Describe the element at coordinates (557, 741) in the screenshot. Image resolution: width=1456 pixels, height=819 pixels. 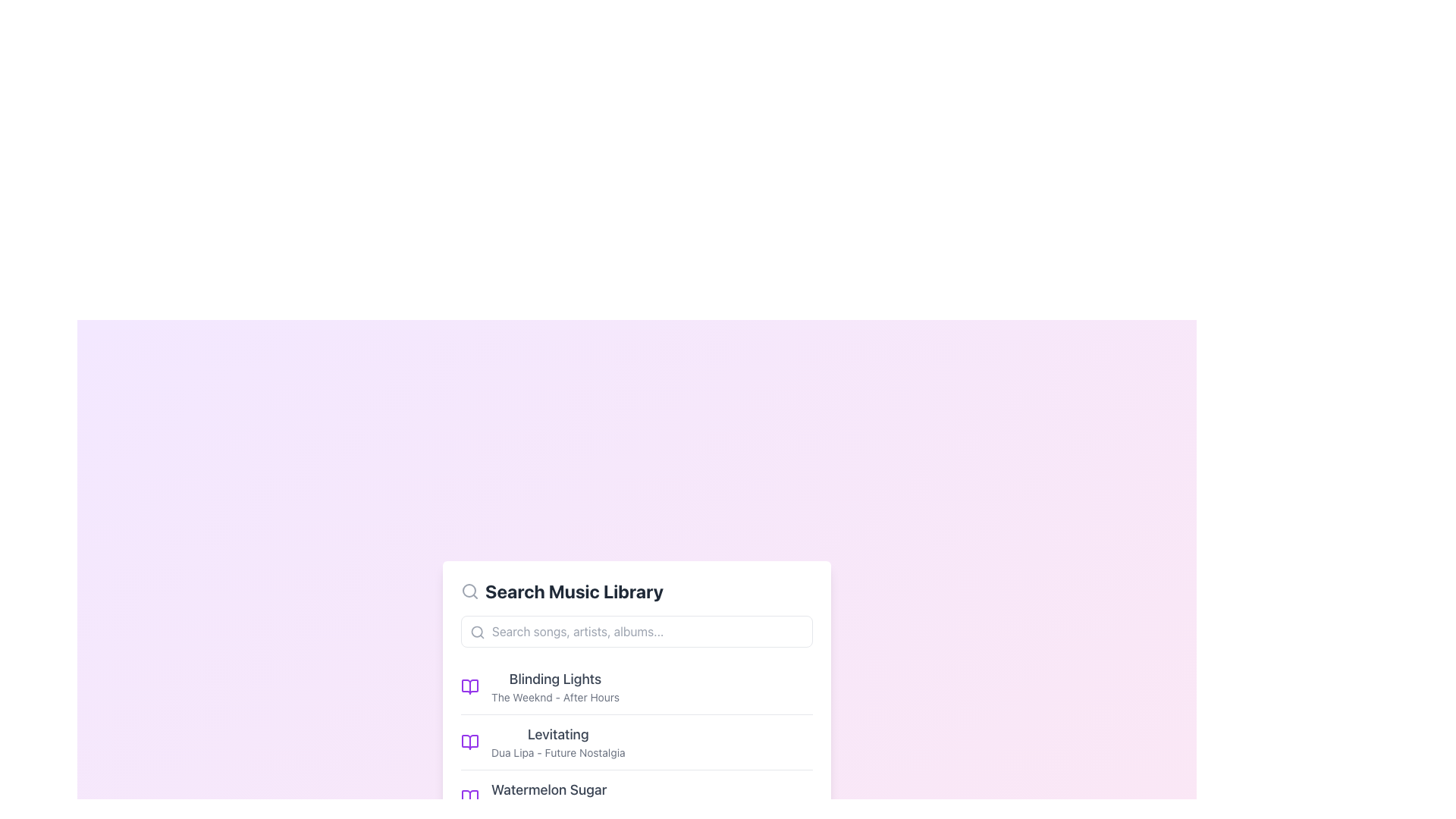
I see `the 'Levitating' text display element, which features the title in a bold dark gray font and the artist information below it, to play the song` at that location.